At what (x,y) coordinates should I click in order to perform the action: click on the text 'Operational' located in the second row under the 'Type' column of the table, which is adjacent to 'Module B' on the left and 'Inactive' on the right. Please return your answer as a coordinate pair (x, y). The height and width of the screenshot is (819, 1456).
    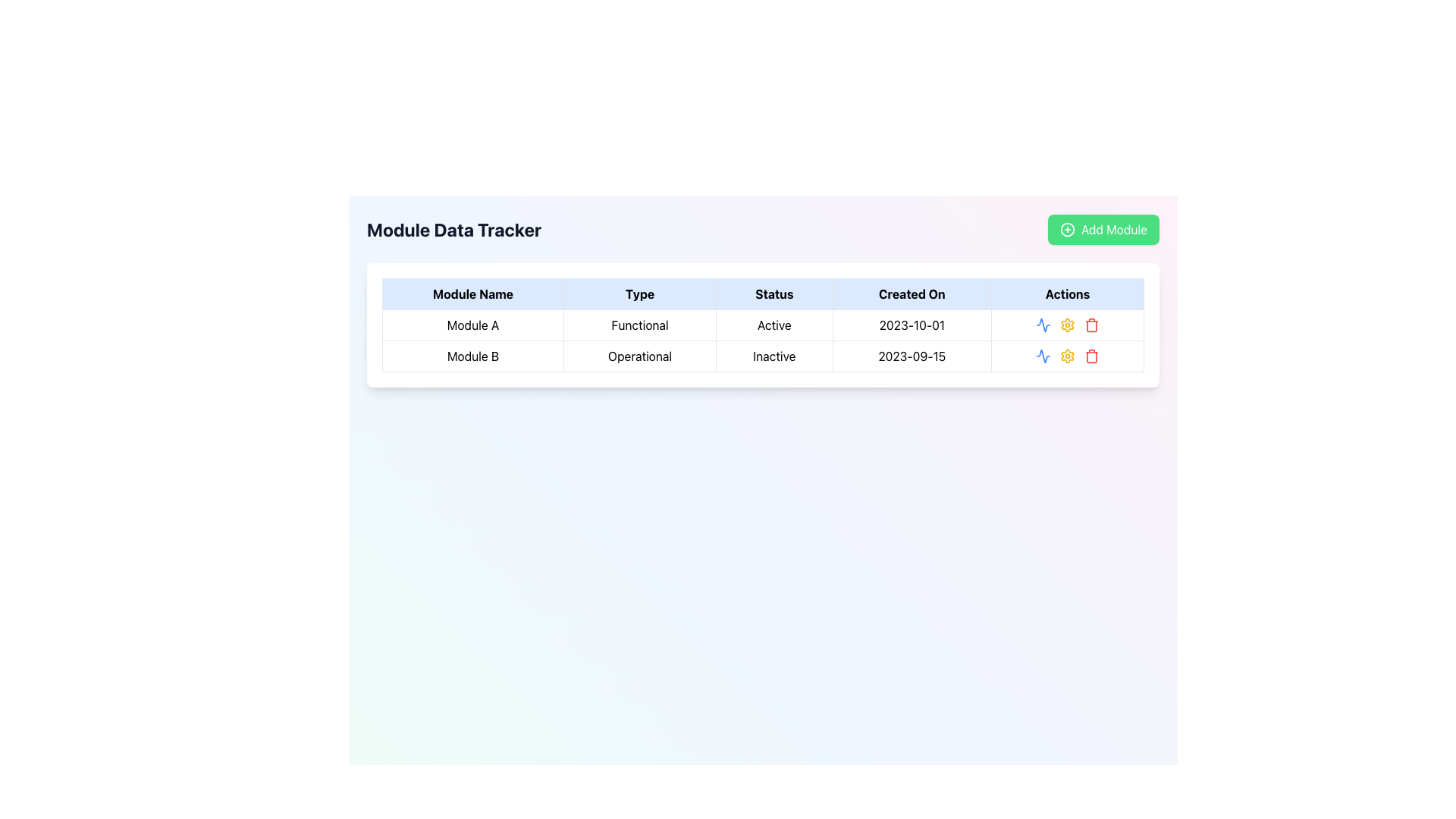
    Looking at the image, I should click on (640, 356).